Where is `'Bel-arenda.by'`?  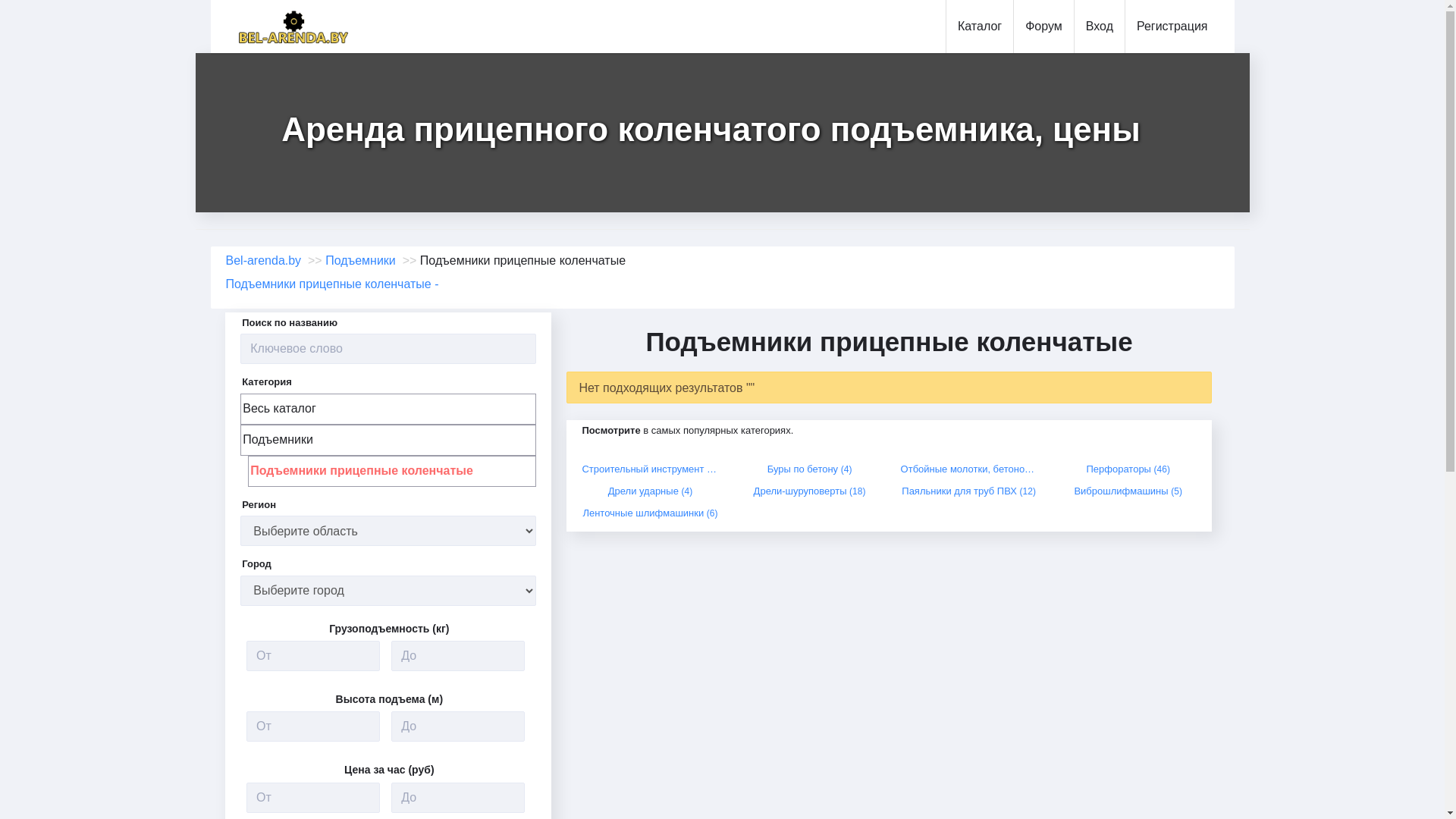
'Bel-arenda.by' is located at coordinates (264, 259).